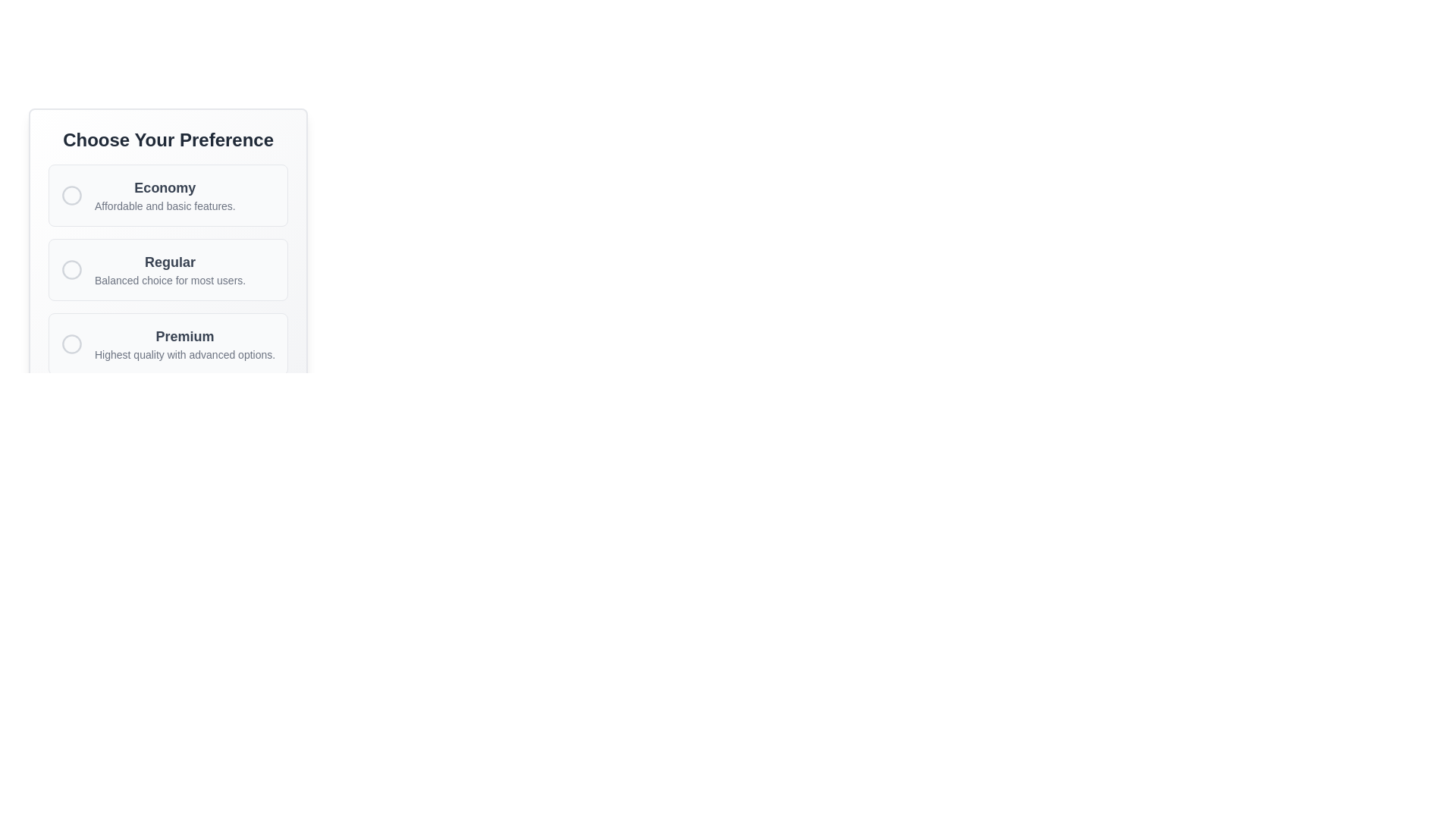 This screenshot has width=1456, height=819. Describe the element at coordinates (165, 195) in the screenshot. I see `the Label displaying 'Economy' with the description 'Affordable and basic features' located below the round indicator icon in the list of options` at that location.